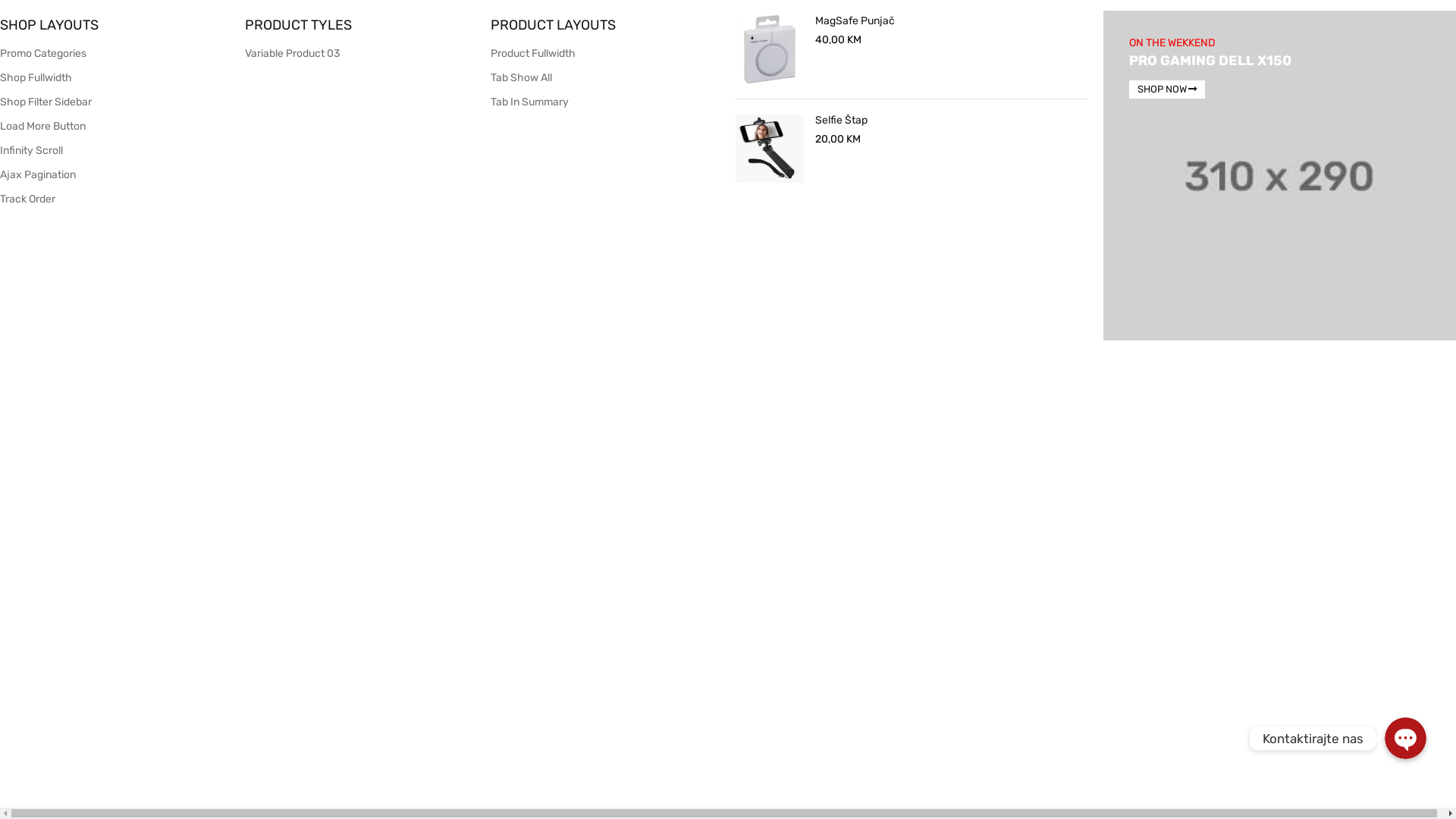  Describe the element at coordinates (529, 102) in the screenshot. I see `'Tab In Summary'` at that location.